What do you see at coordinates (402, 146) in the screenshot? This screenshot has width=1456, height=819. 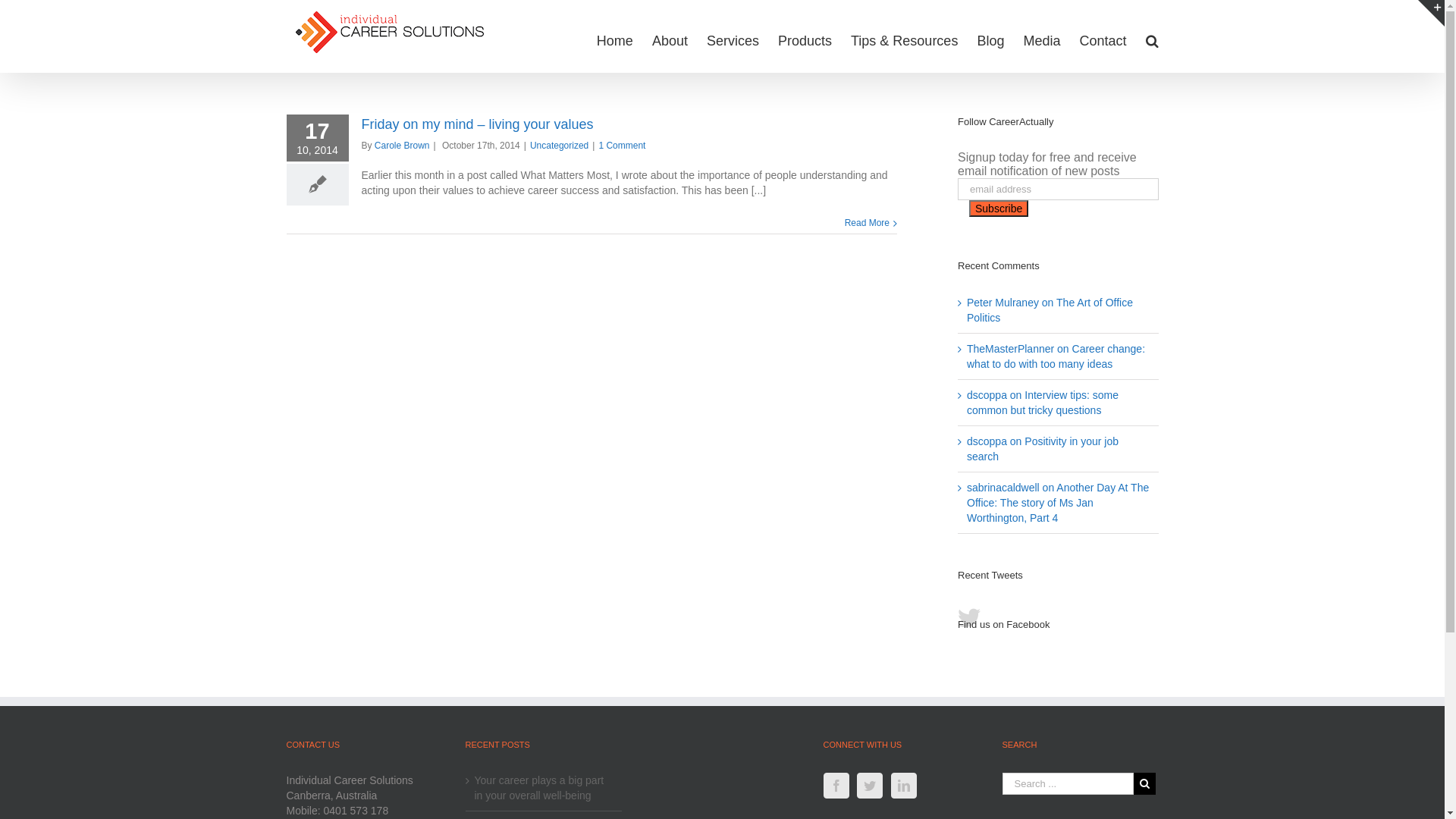 I see `'Carole Brown'` at bounding box center [402, 146].